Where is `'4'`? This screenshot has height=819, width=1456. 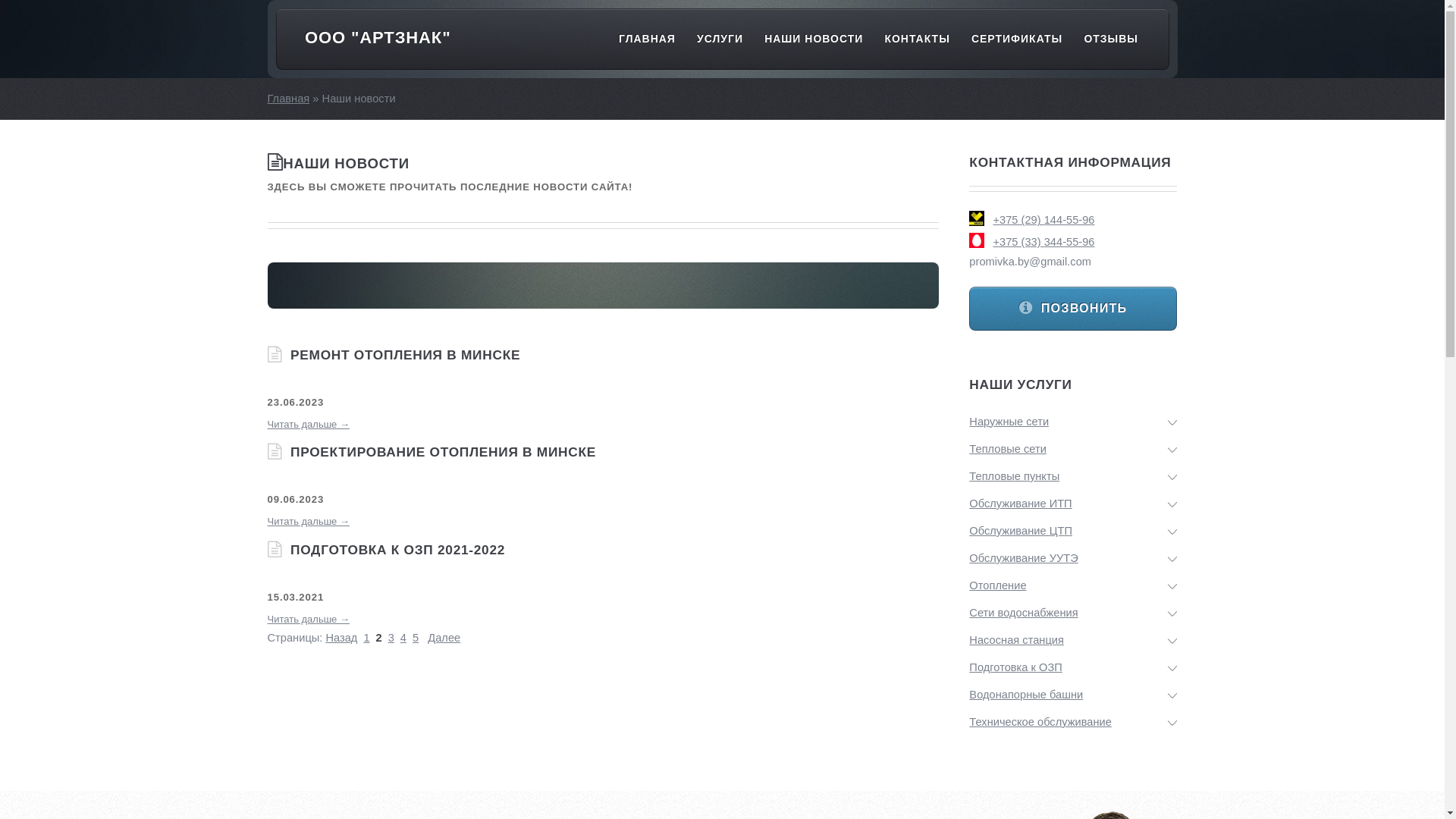 '4' is located at coordinates (400, 637).